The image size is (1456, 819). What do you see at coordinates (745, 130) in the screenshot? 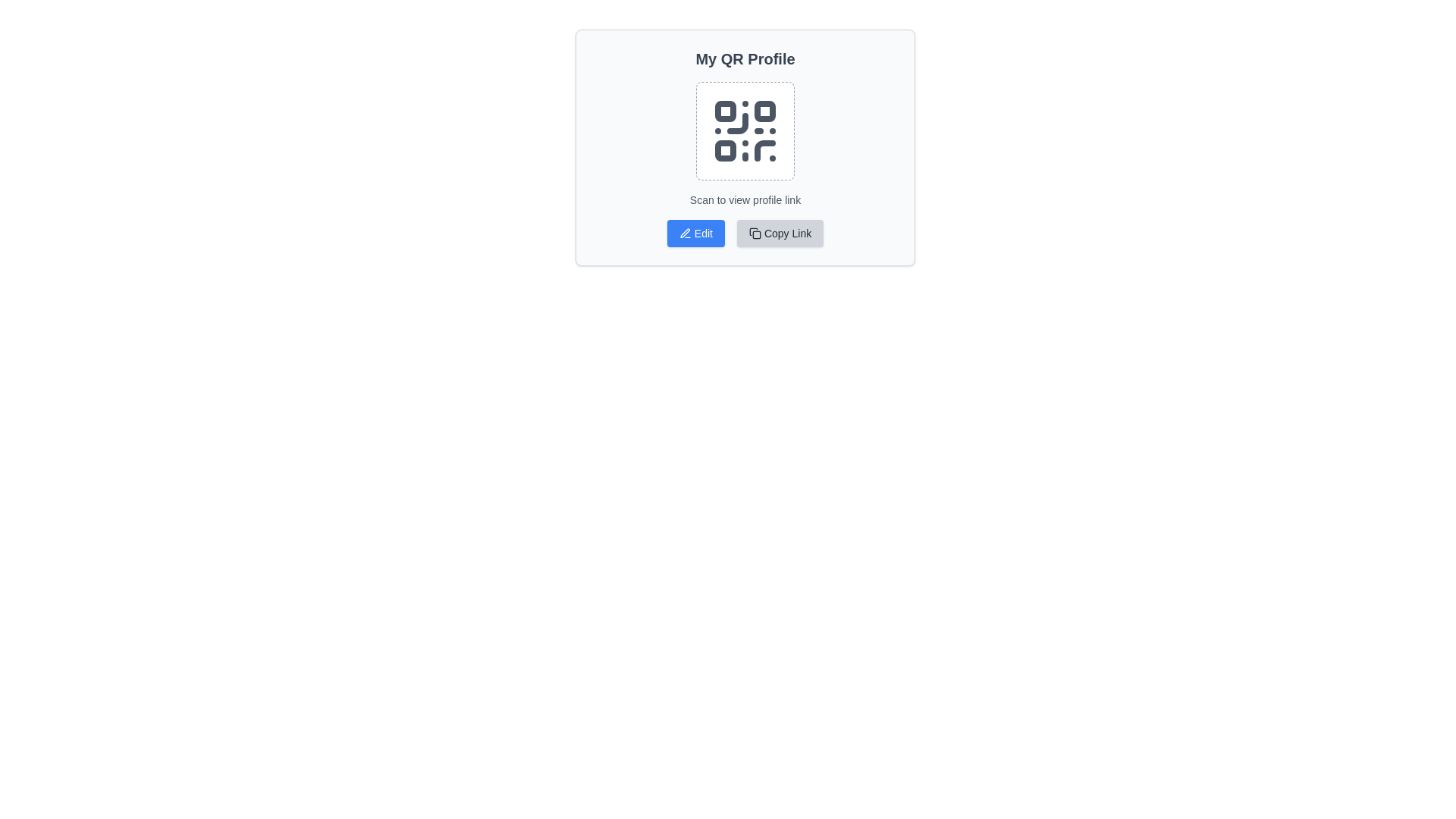
I see `the QR code icon located in the 'My QR Profile' section, positioned directly below the heading 'My QR Profile' and above the text 'Scan` at bounding box center [745, 130].